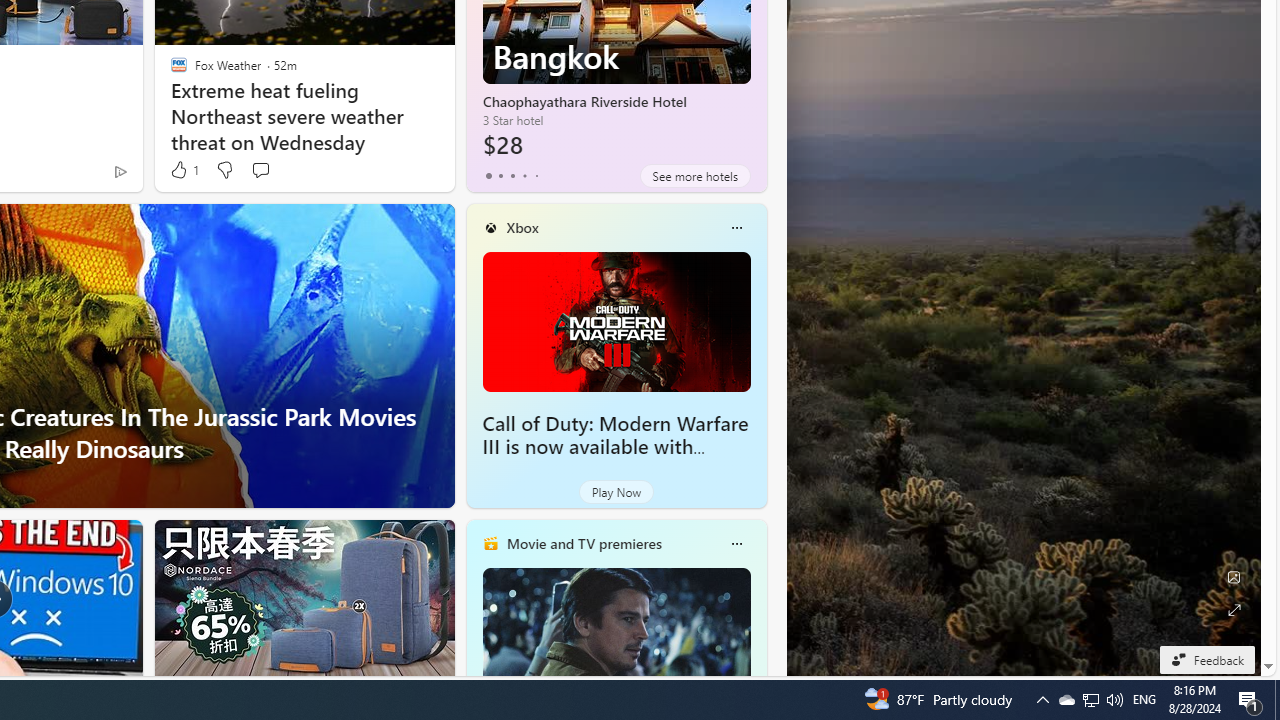 Image resolution: width=1280 pixels, height=720 pixels. I want to click on 'Ad Choice', so click(119, 170).